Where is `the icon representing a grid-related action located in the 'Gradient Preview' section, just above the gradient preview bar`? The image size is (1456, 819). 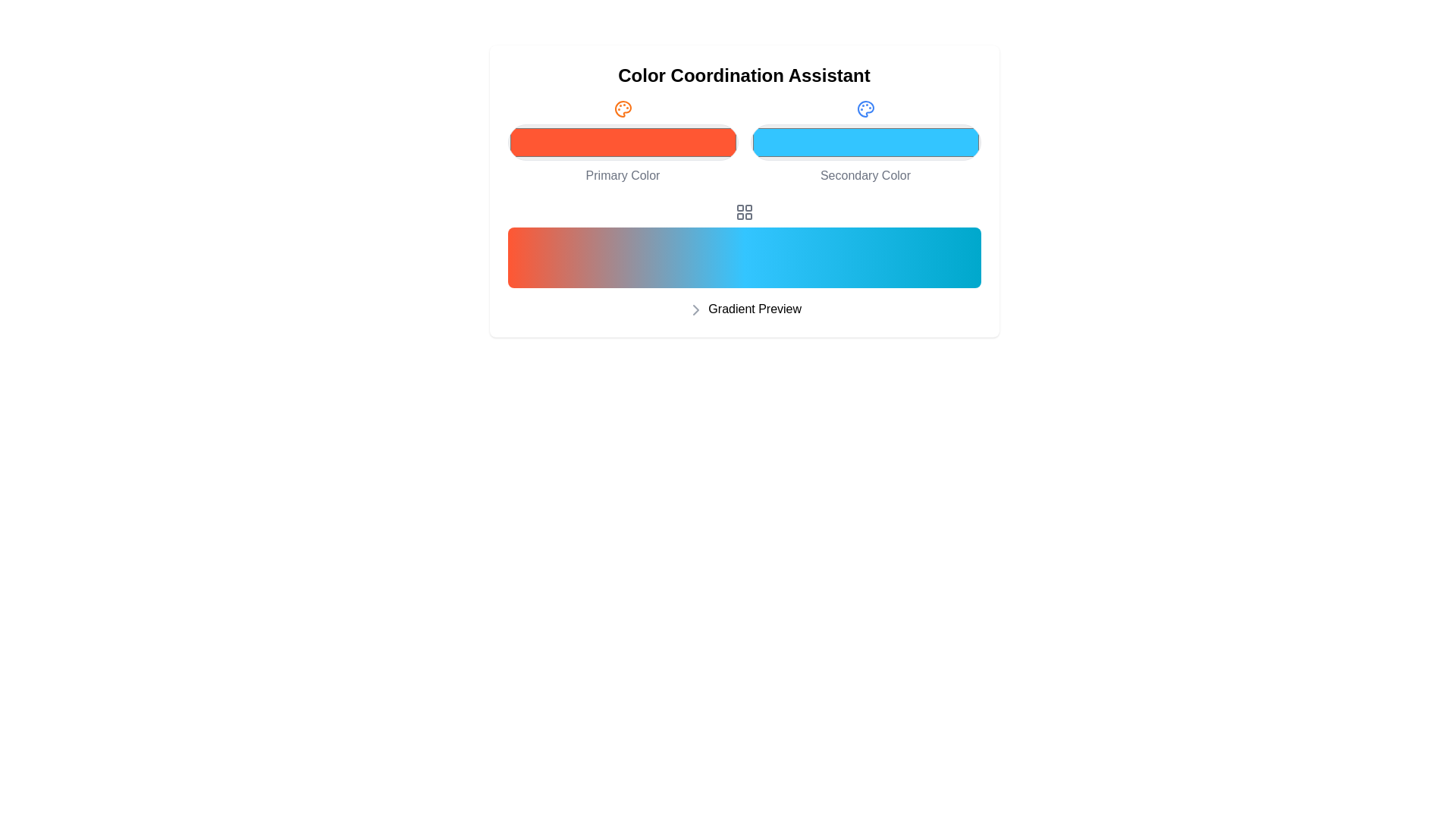
the icon representing a grid-related action located in the 'Gradient Preview' section, just above the gradient preview bar is located at coordinates (744, 212).